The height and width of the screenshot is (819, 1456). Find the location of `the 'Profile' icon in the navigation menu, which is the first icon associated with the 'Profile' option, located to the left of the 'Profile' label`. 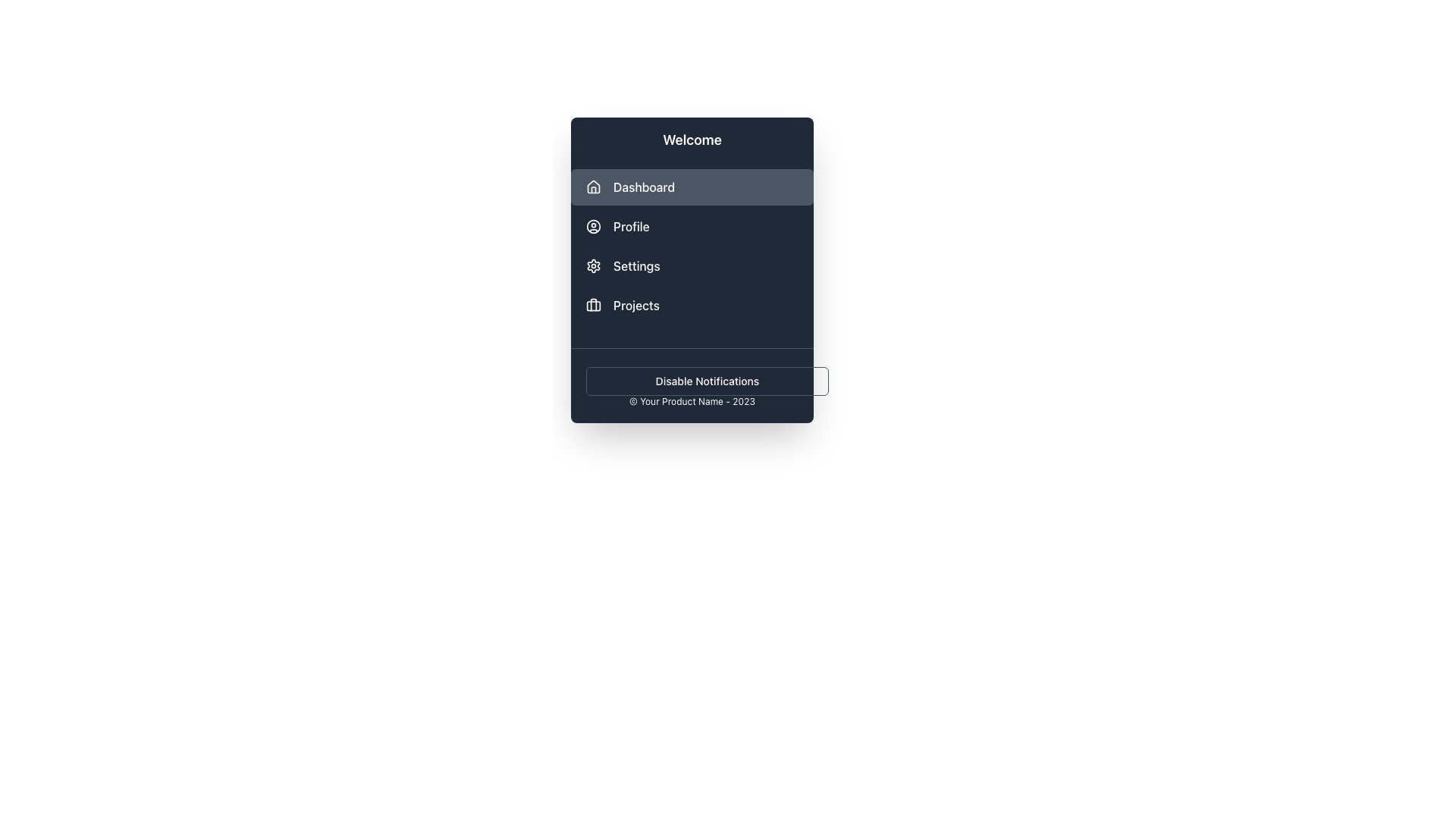

the 'Profile' icon in the navigation menu, which is the first icon associated with the 'Profile' option, located to the left of the 'Profile' label is located at coordinates (592, 227).